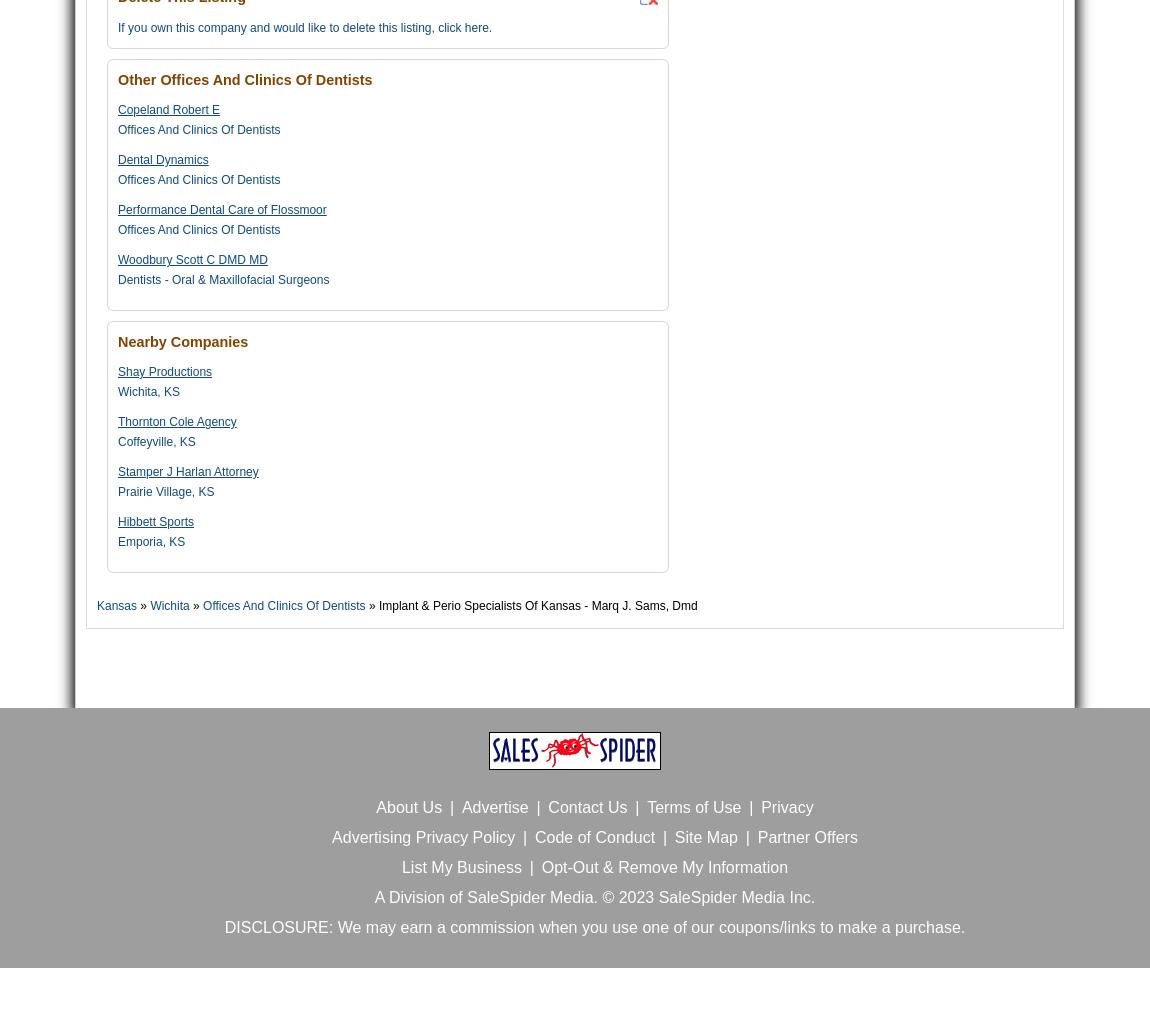 This screenshot has height=1010, width=1150. What do you see at coordinates (494, 807) in the screenshot?
I see `'Advertise'` at bounding box center [494, 807].